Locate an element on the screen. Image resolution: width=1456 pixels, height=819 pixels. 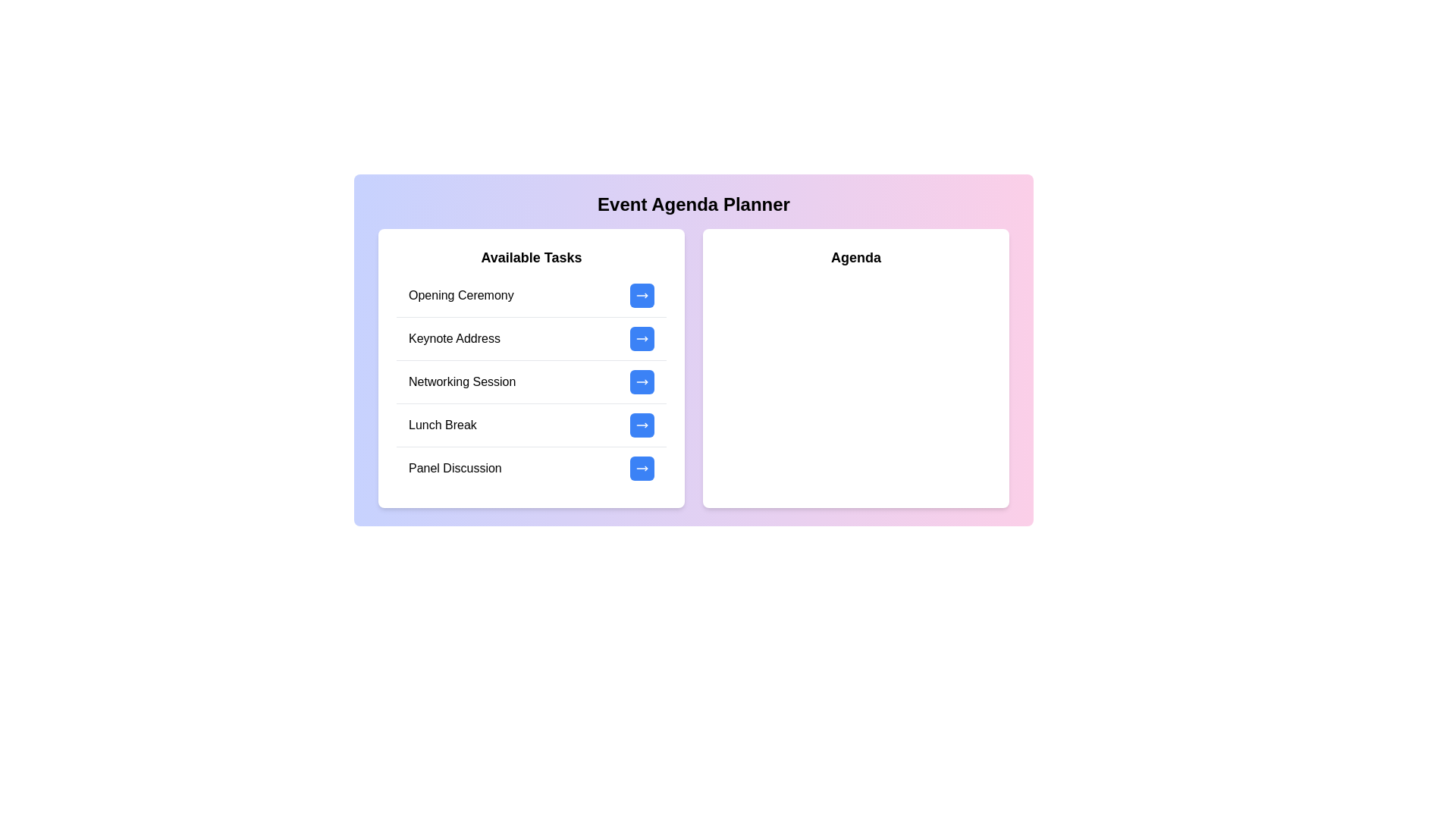
the button corresponding to the task 'Networking Session' in the 'Available Tasks' list to add it to the agenda is located at coordinates (642, 381).